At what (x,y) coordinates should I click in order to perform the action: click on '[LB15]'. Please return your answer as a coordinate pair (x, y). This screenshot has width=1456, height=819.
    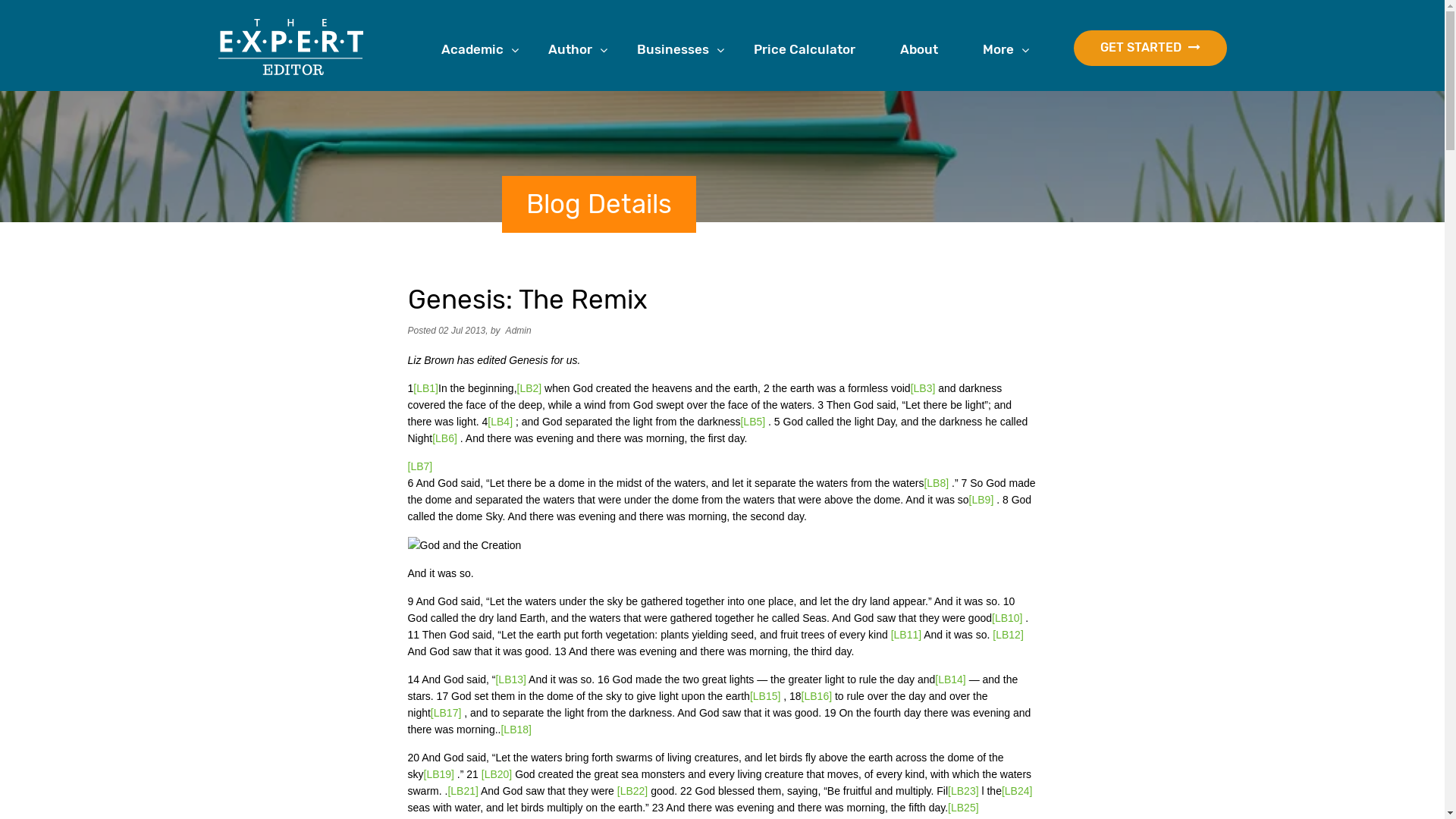
    Looking at the image, I should click on (749, 696).